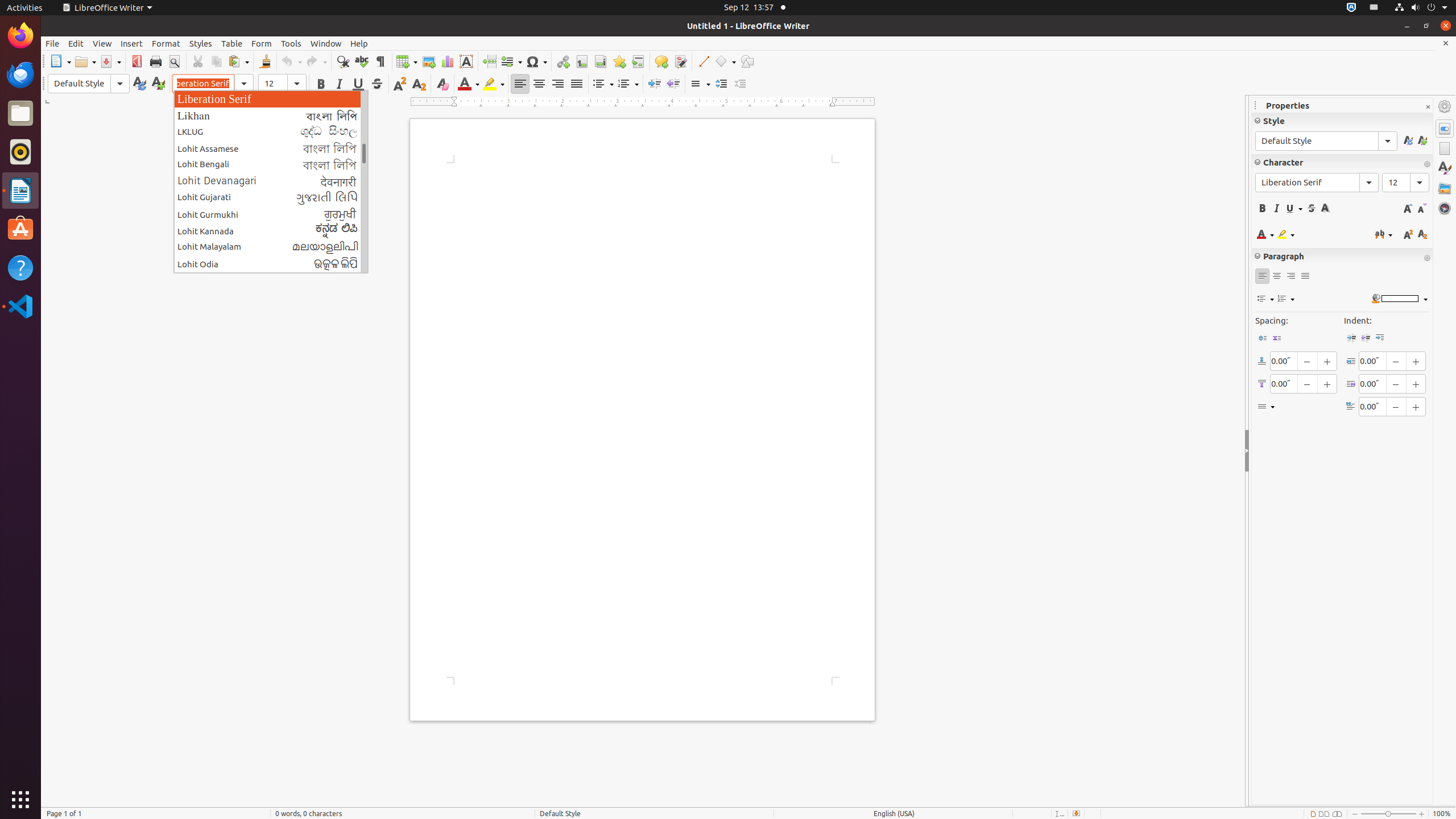 The height and width of the screenshot is (819, 1456). I want to click on 'Endnote', so click(600, 61).